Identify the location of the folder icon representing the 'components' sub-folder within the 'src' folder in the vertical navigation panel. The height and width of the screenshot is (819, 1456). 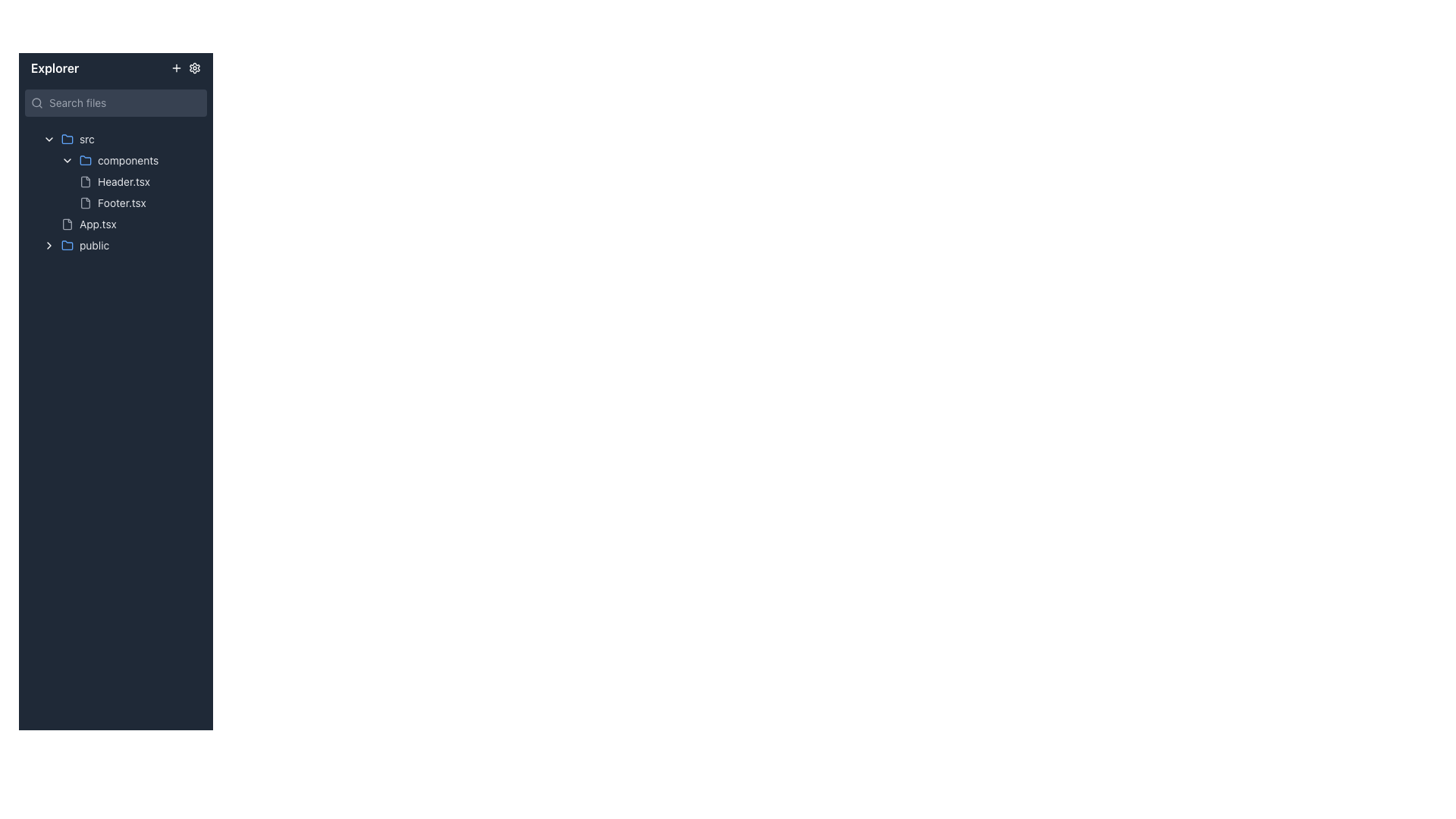
(85, 160).